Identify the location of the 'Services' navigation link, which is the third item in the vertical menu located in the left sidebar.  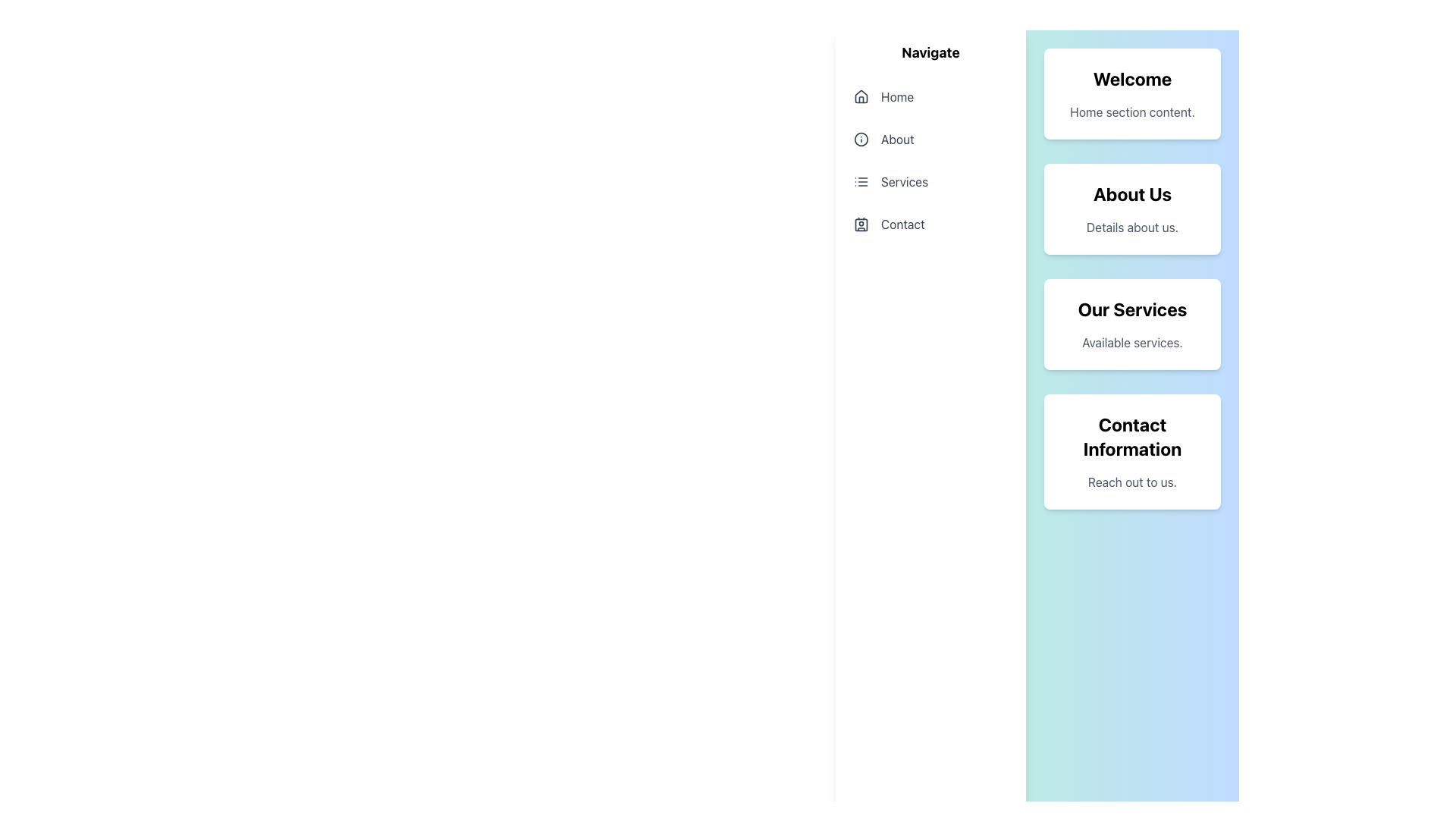
(930, 180).